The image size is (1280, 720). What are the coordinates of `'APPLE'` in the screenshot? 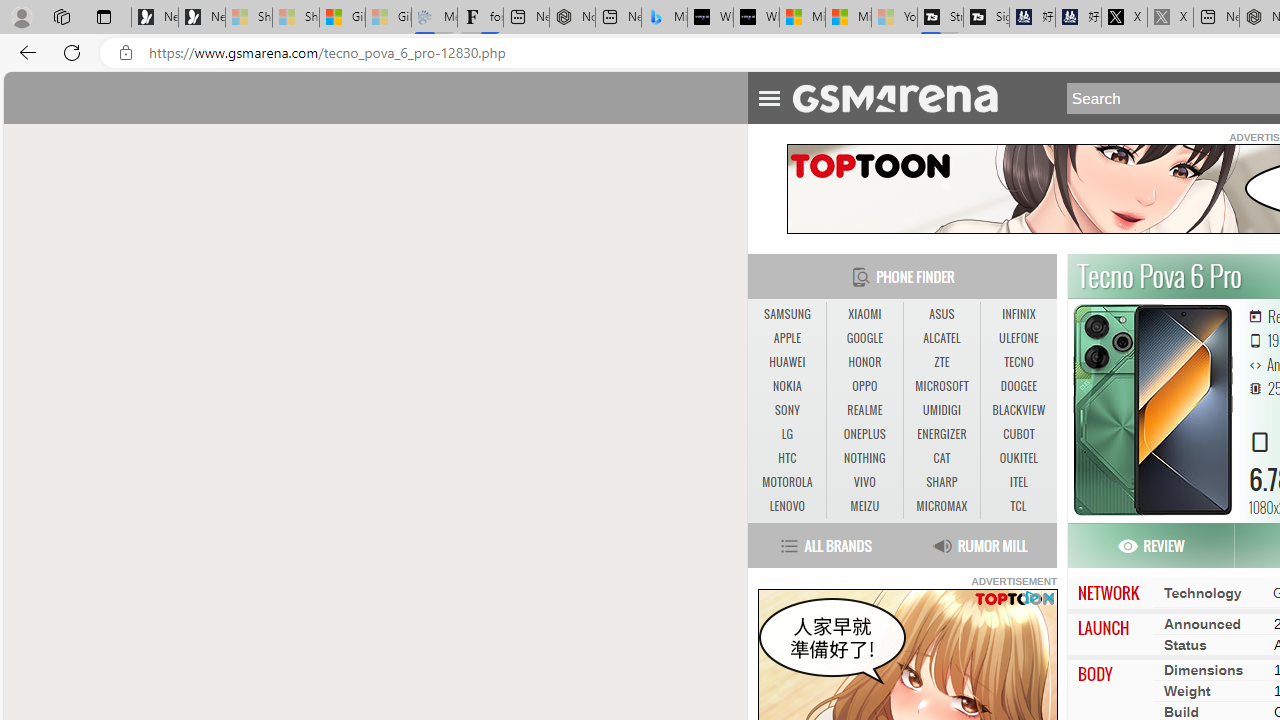 It's located at (786, 338).